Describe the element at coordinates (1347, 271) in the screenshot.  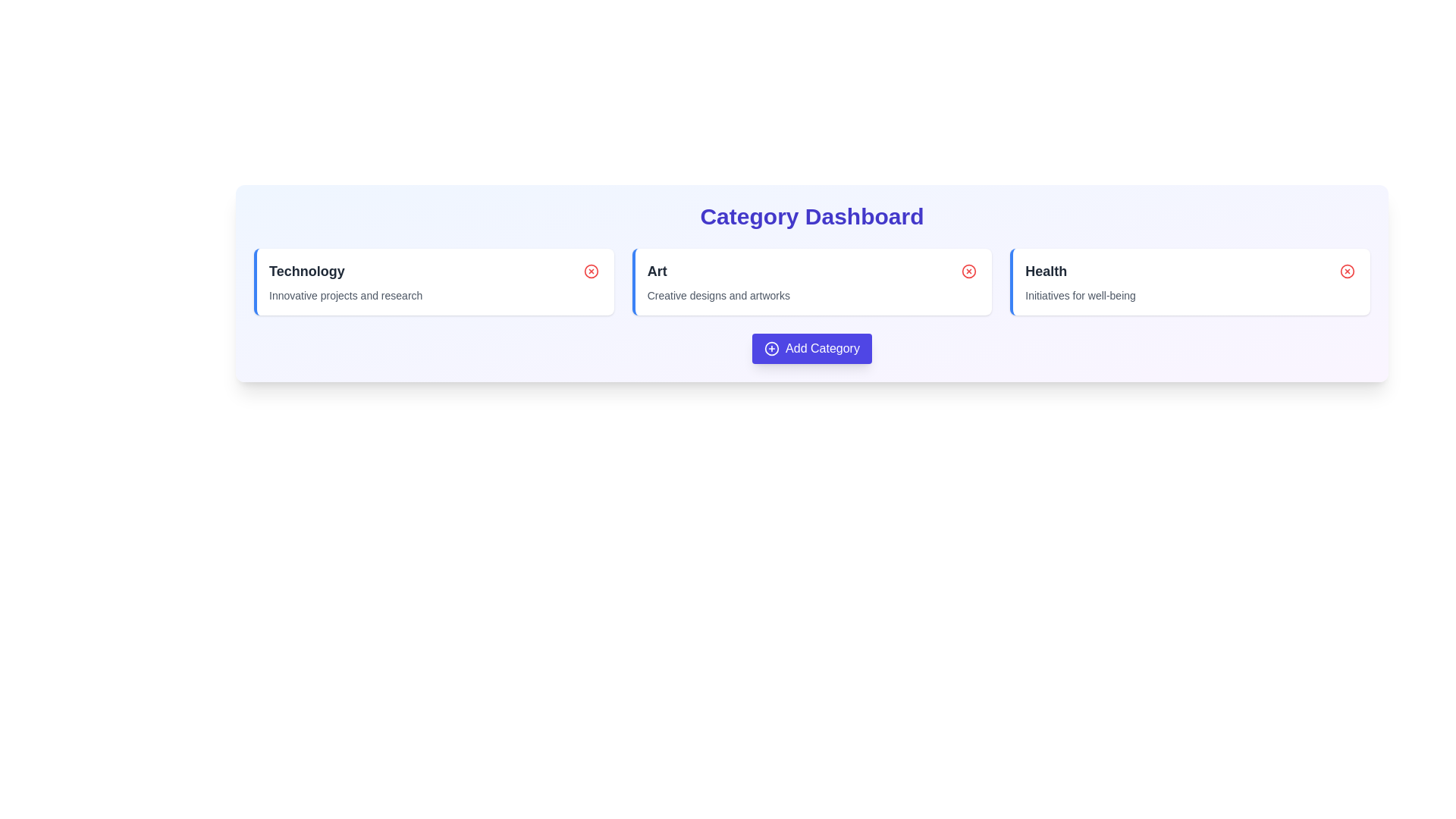
I see `the close or delete button located in the top-right corner of the 'Health' category section` at that location.